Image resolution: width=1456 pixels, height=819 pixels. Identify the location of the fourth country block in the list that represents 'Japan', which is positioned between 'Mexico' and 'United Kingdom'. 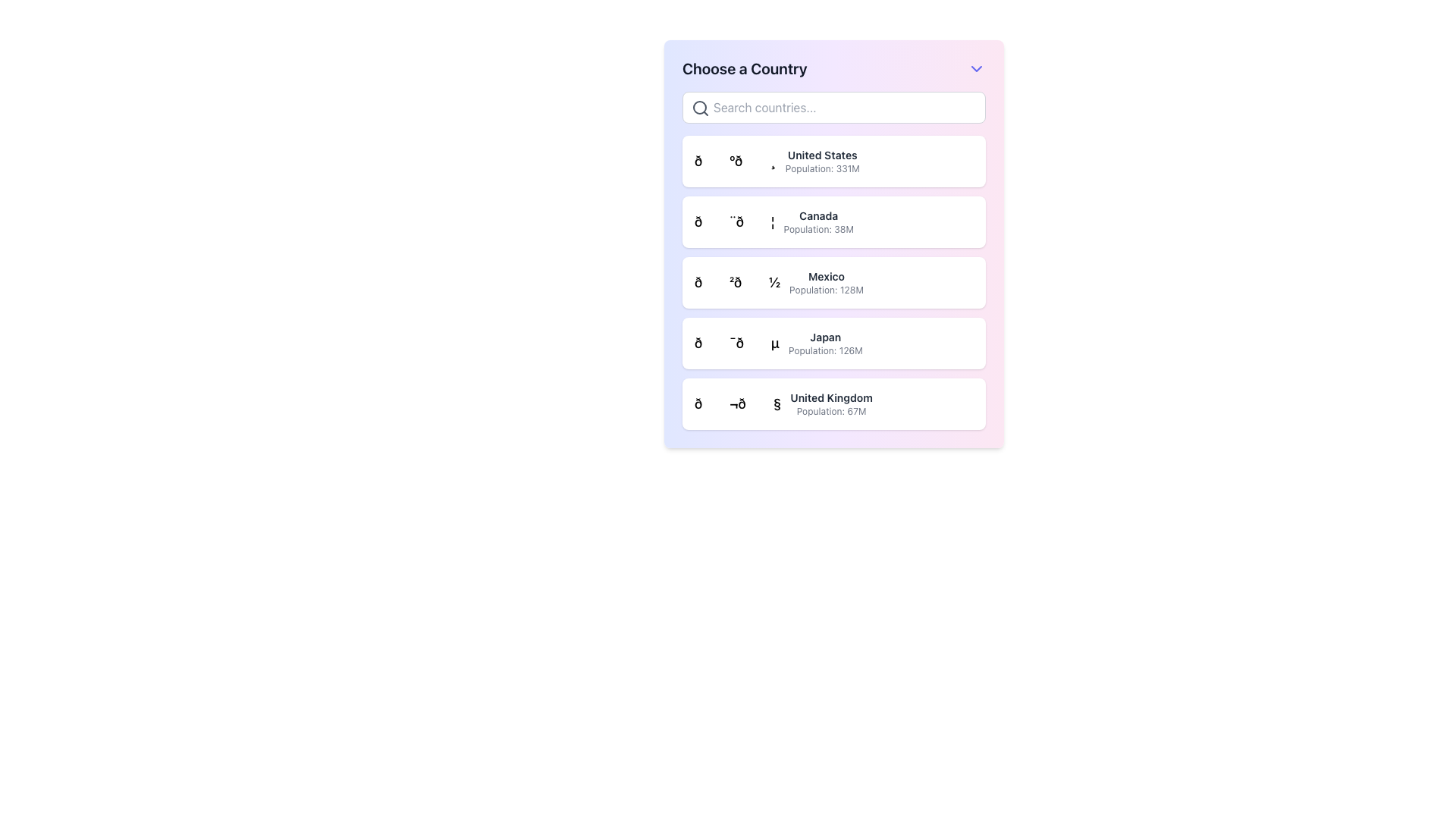
(833, 343).